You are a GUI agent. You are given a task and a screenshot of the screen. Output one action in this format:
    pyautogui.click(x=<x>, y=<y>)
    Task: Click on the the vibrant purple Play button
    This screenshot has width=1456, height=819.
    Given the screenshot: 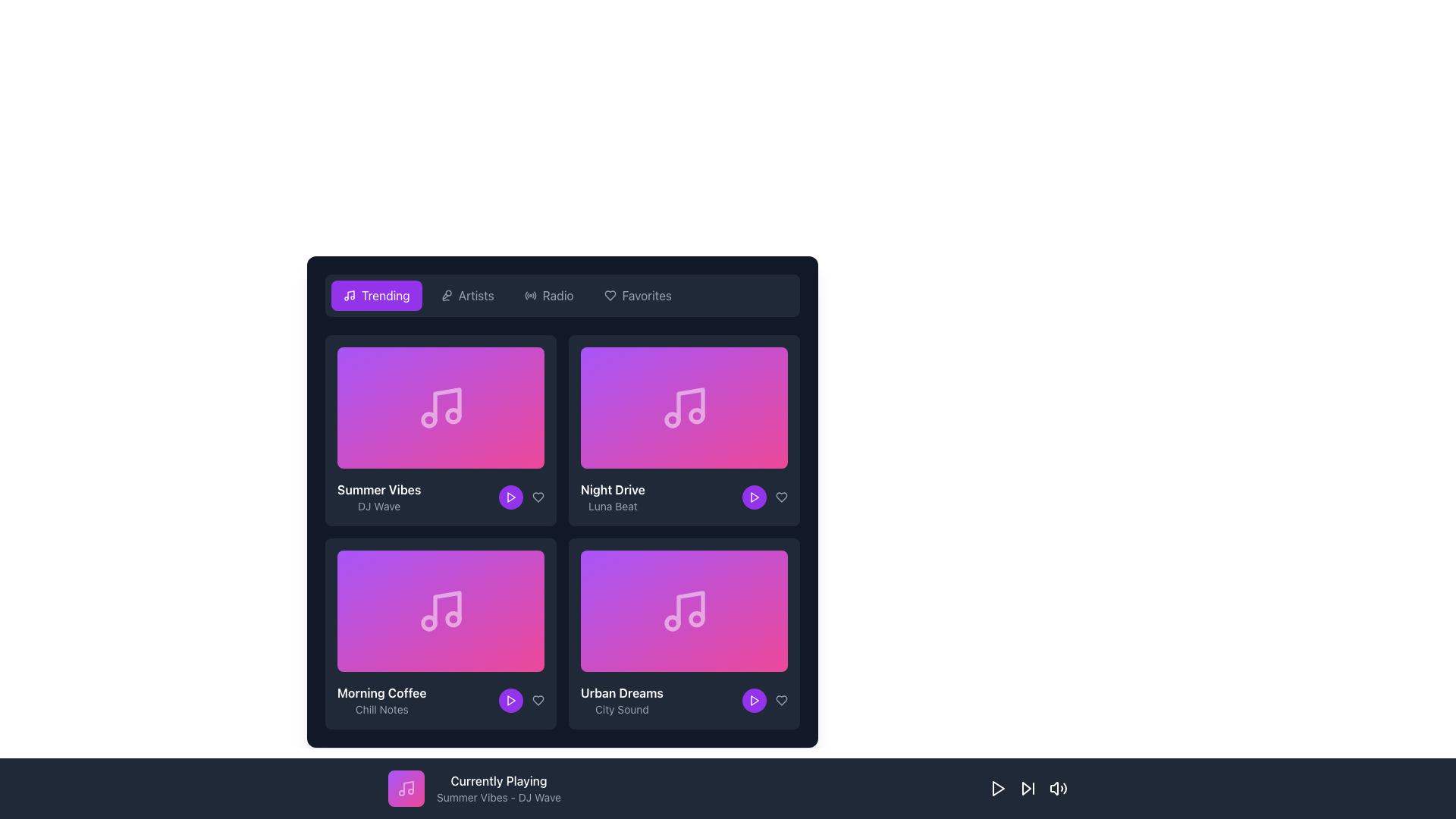 What is the action you would take?
    pyautogui.click(x=754, y=701)
    